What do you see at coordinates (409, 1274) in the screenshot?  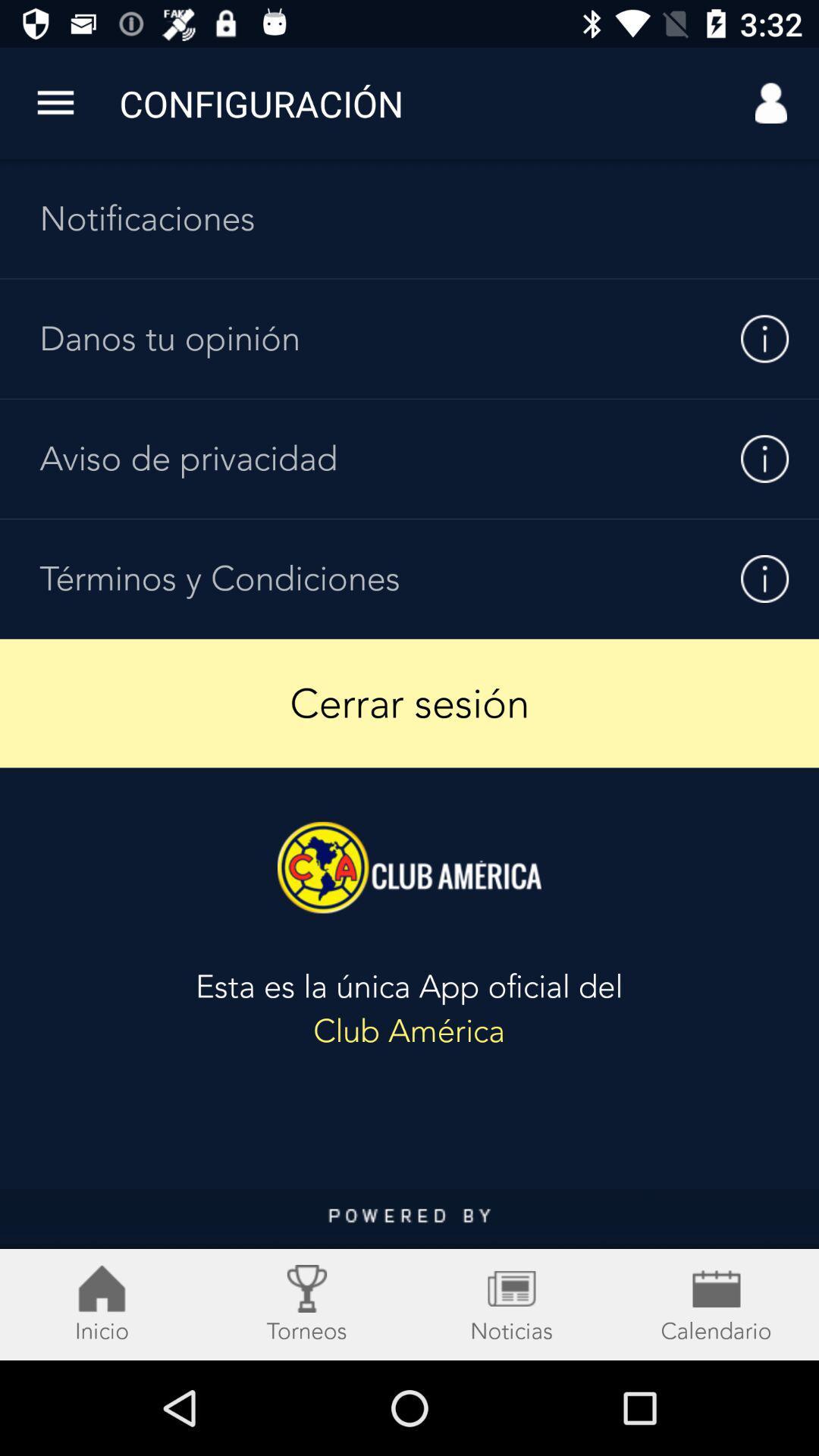 I see `menu` at bounding box center [409, 1274].